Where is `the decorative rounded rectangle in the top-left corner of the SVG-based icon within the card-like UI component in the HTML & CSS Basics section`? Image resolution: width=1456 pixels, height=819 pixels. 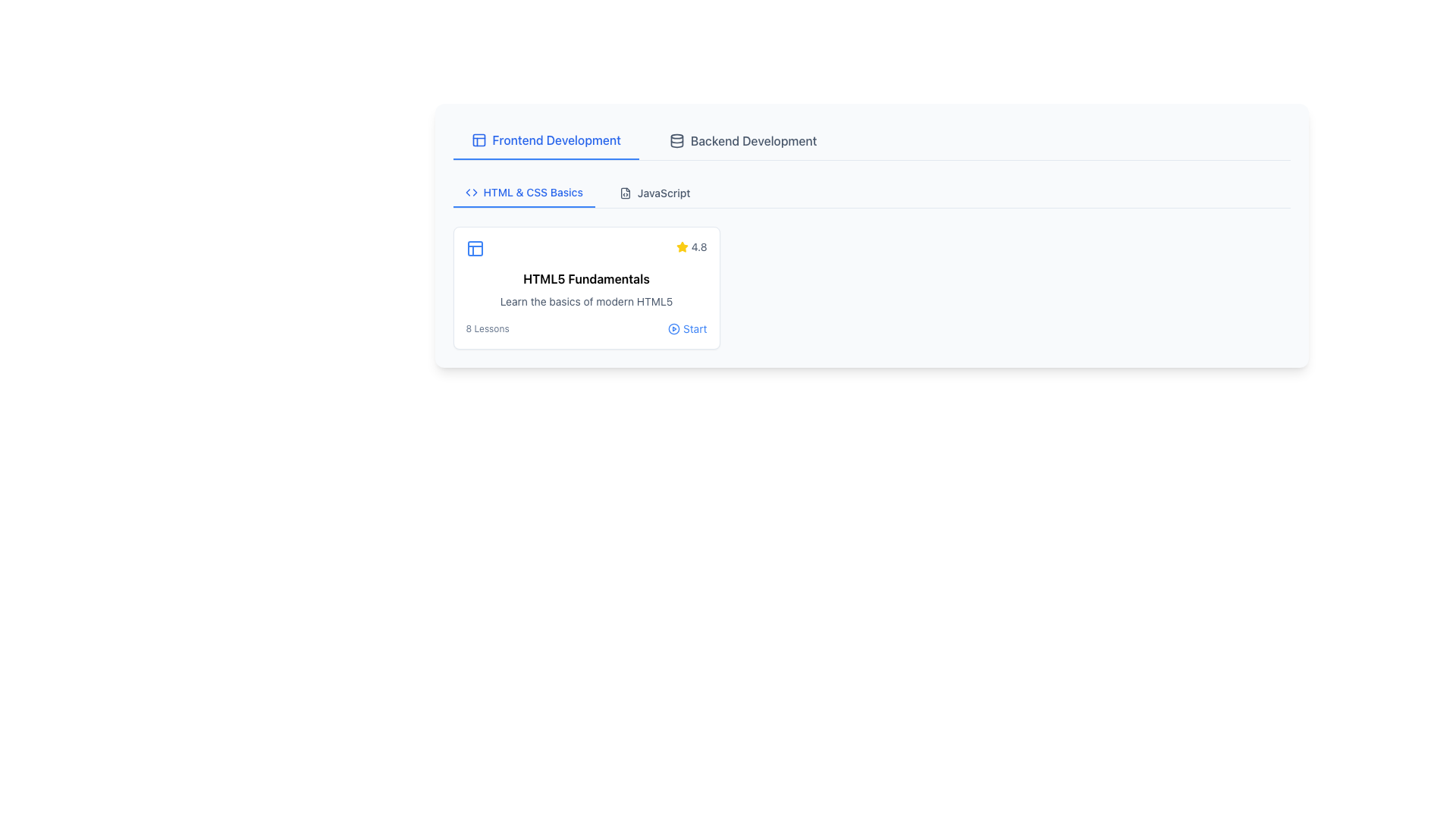 the decorative rounded rectangle in the top-left corner of the SVG-based icon within the card-like UI component in the HTML & CSS Basics section is located at coordinates (474, 247).